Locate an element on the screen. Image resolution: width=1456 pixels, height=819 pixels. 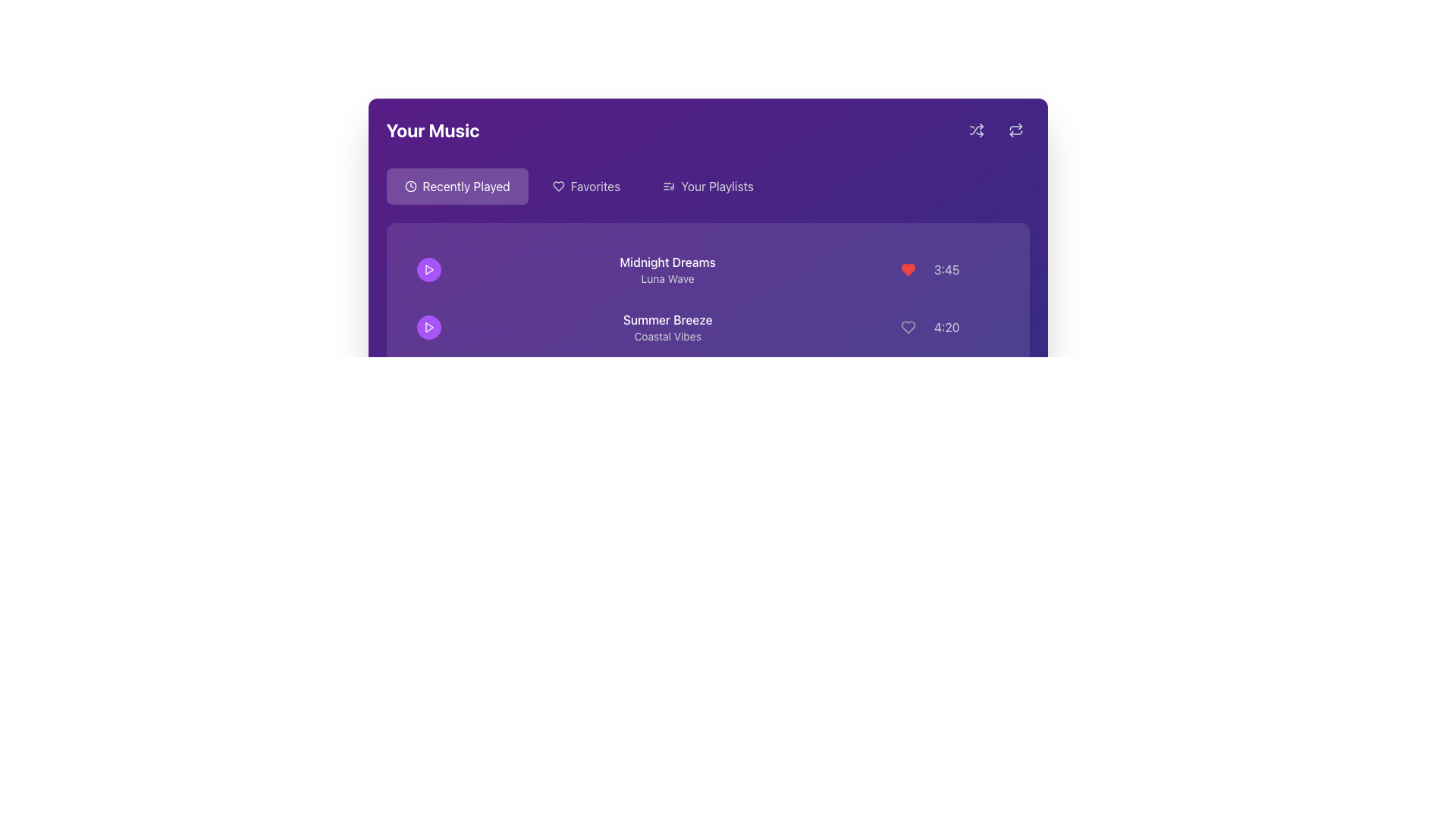
the light gray text displaying the time '4:20' on a dark purple background, which is part of the song information for 'Summer Breeze' by 'Coastal Vibes', located at the far right of the row and adjacent to a heart icon is located at coordinates (946, 327).